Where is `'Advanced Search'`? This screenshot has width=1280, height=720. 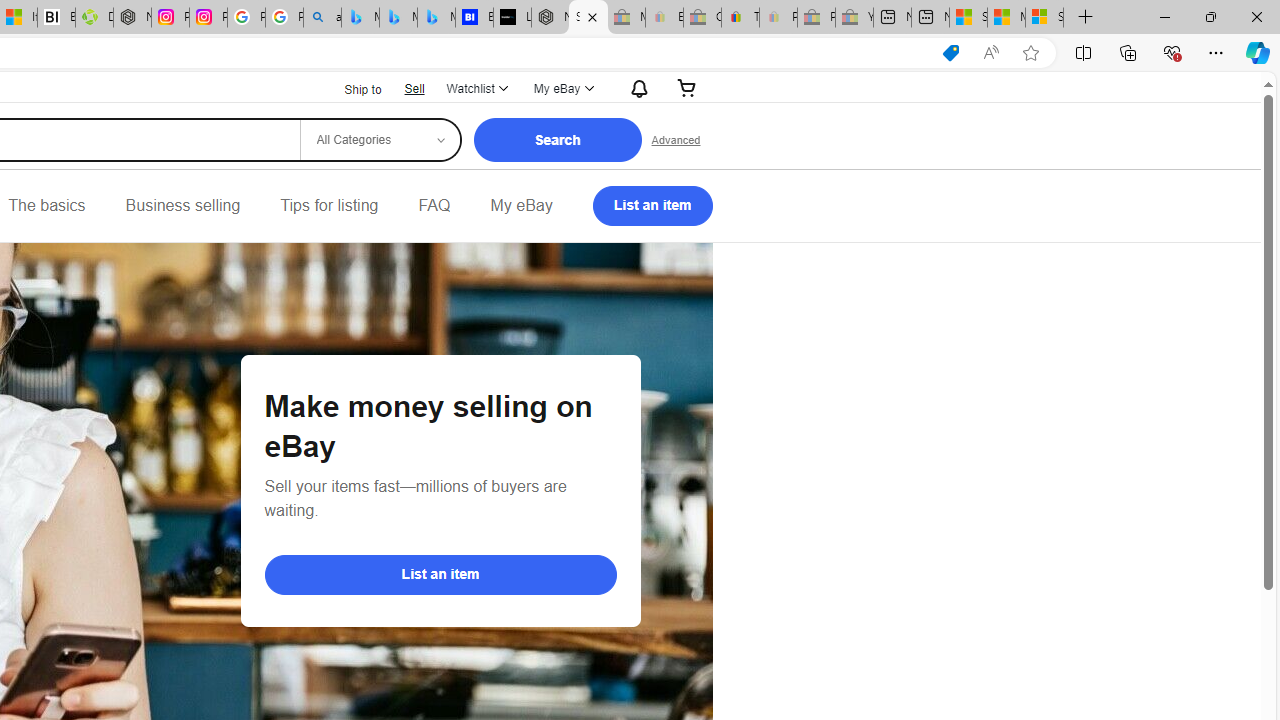
'Advanced Search' is located at coordinates (675, 139).